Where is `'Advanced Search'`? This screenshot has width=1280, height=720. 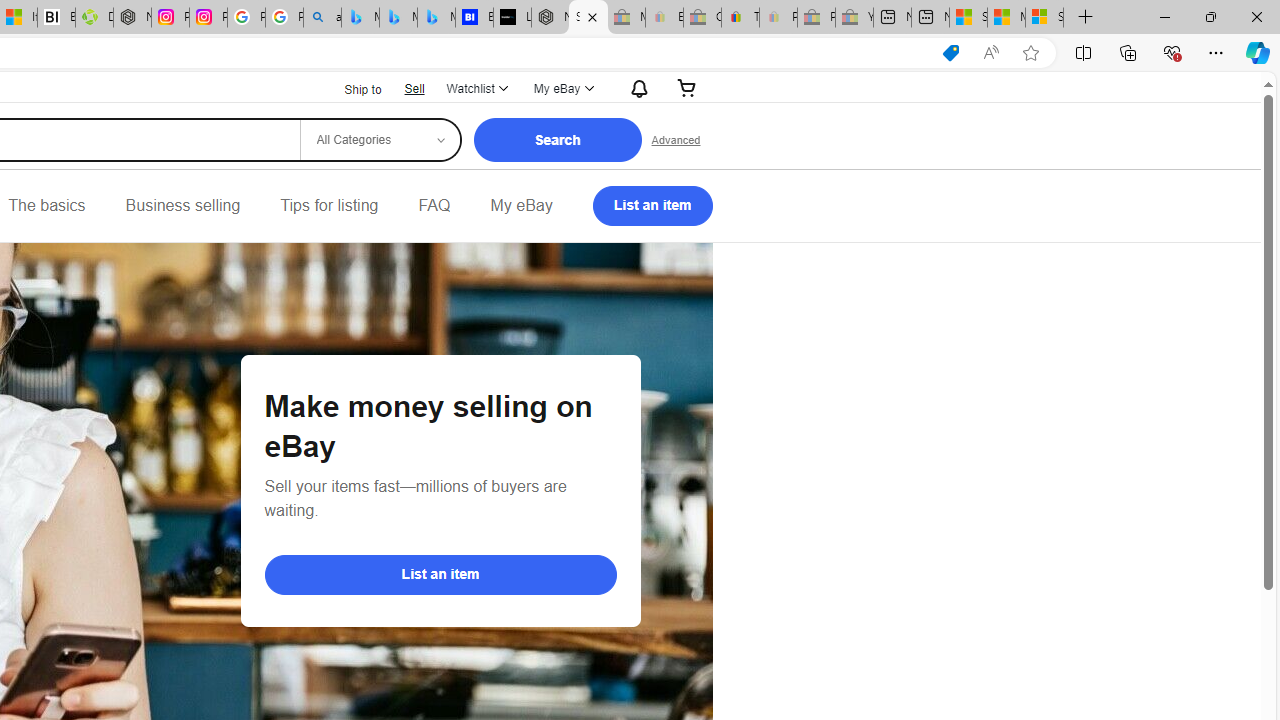
'Advanced Search' is located at coordinates (675, 139).